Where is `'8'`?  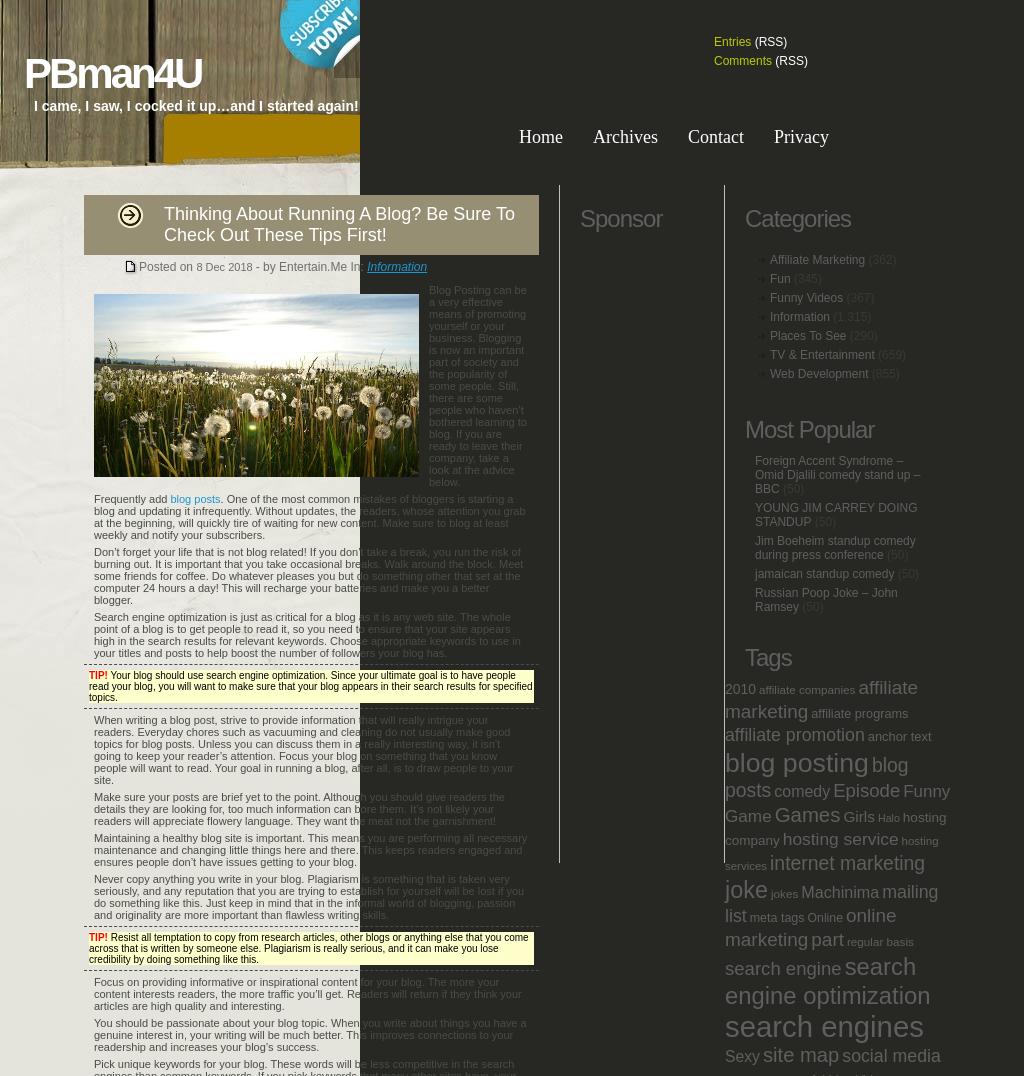
'8' is located at coordinates (195, 266).